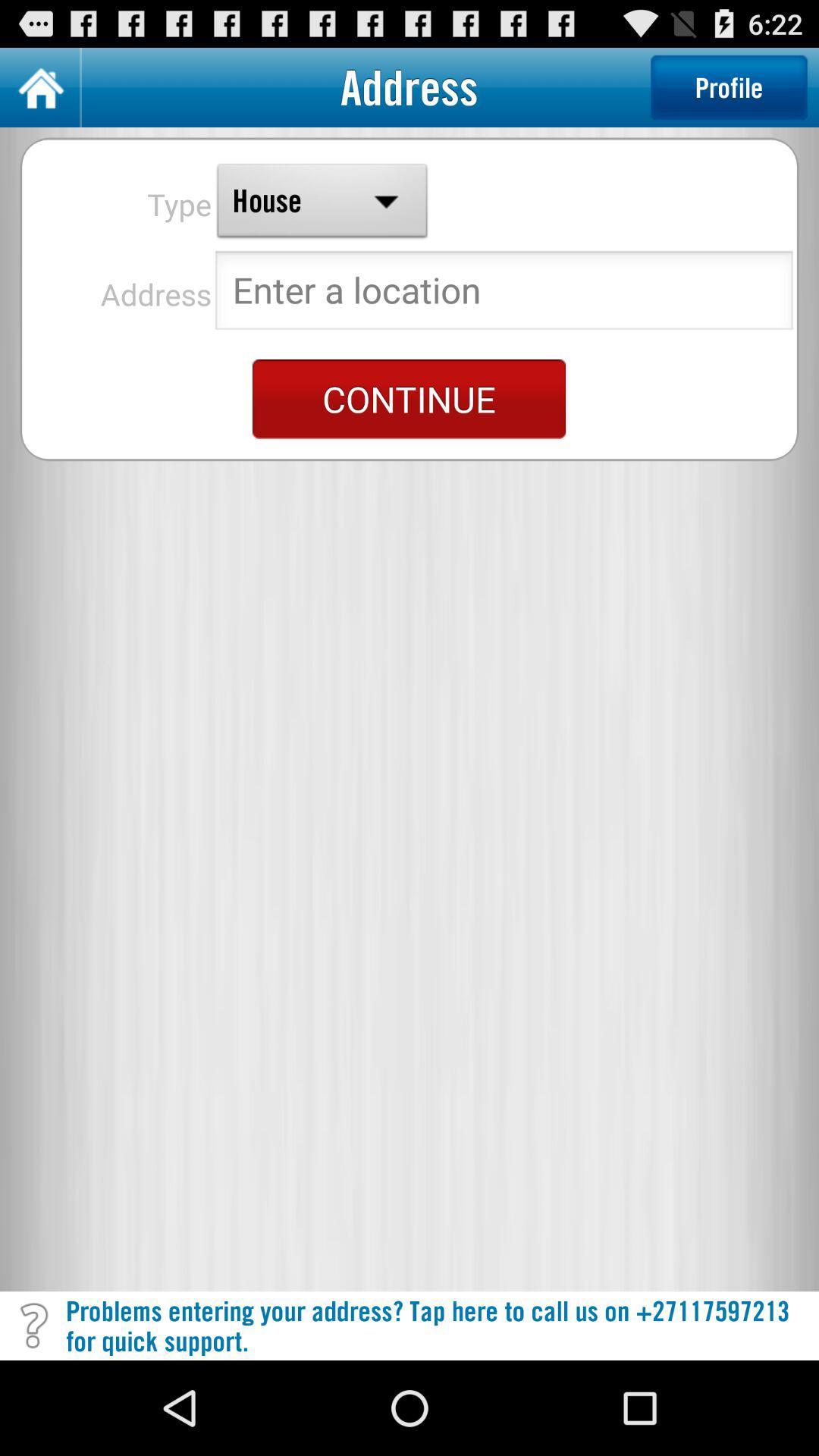 The image size is (819, 1456). I want to click on the home icon, so click(39, 93).